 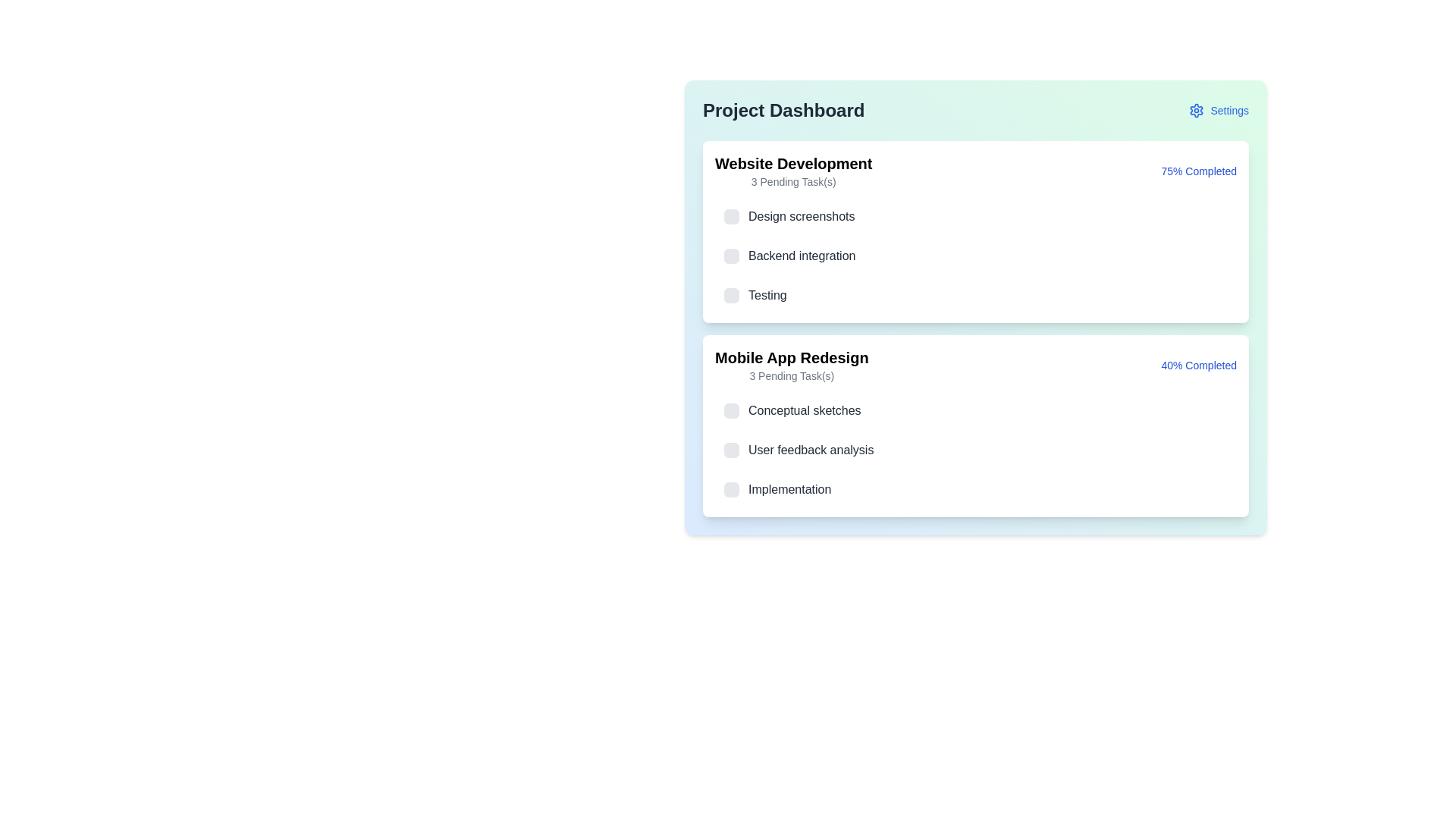 I want to click on the gear-shaped SVG icon located on the top-right corner of the interface, so click(x=1196, y=110).